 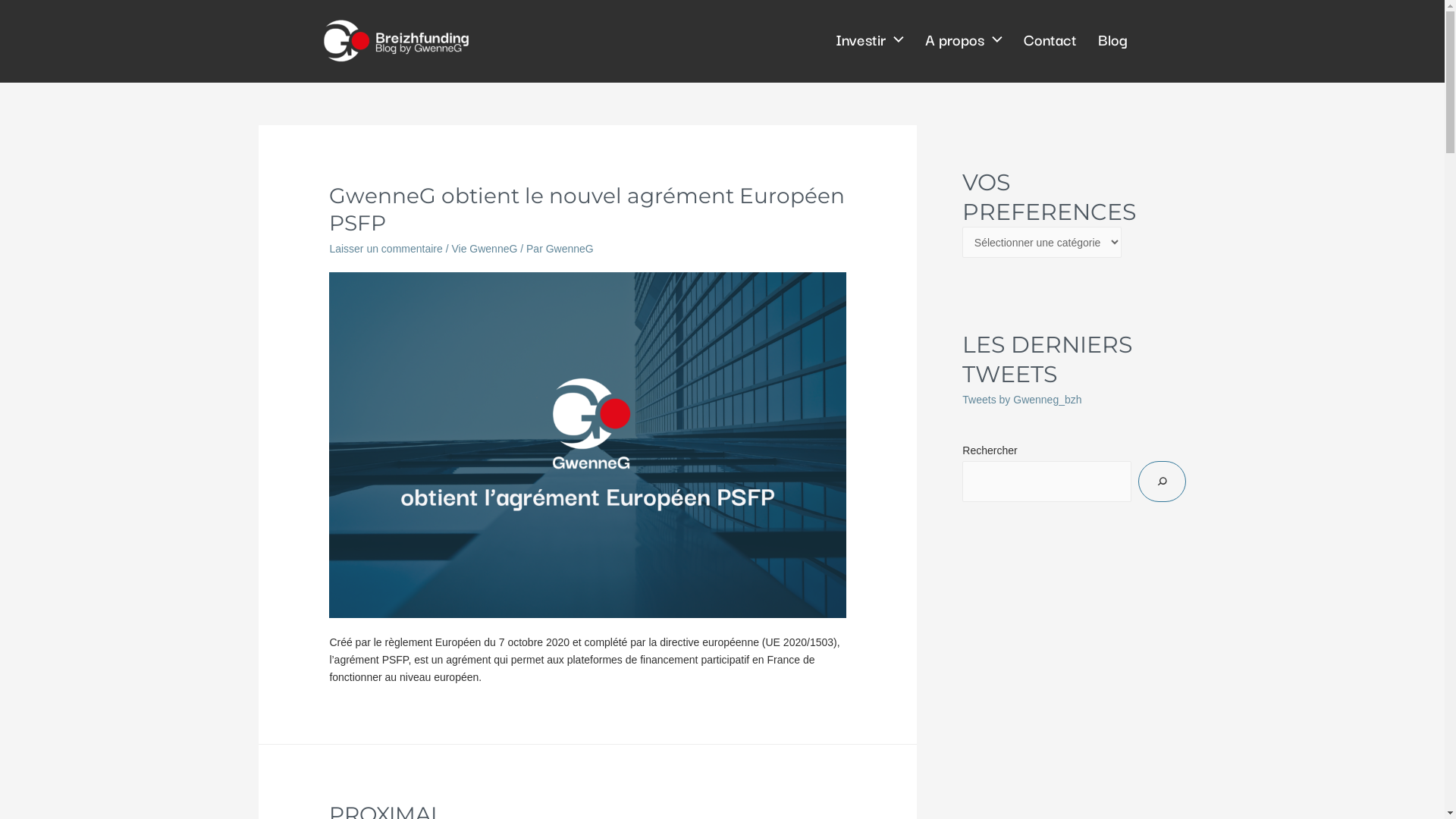 I want to click on 'Investir', so click(x=862, y=38).